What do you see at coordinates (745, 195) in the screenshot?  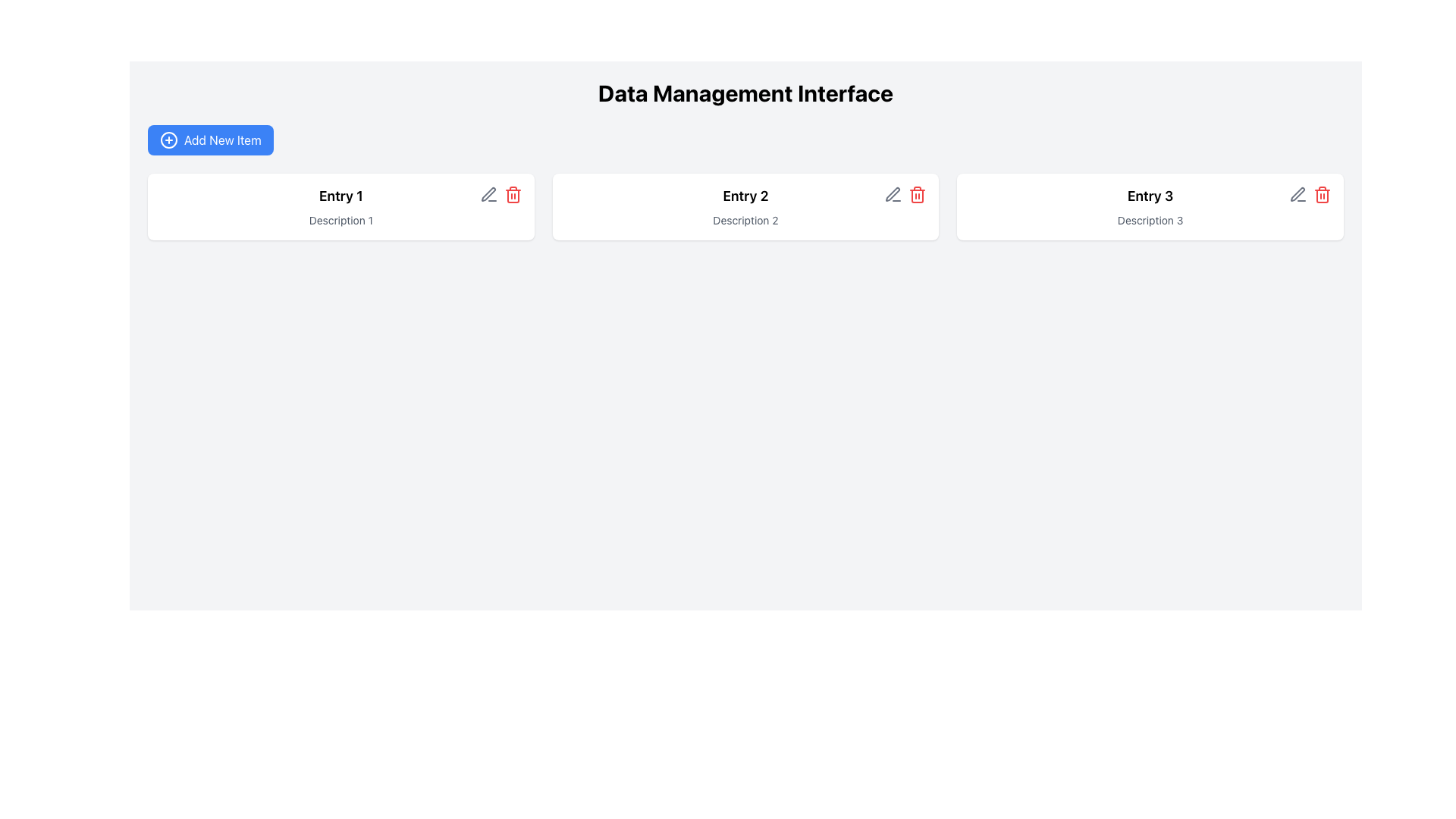 I see `the Text Label displaying 'Entry 2', which is bolded and positioned in the central column of a white card with rounded corners` at bounding box center [745, 195].